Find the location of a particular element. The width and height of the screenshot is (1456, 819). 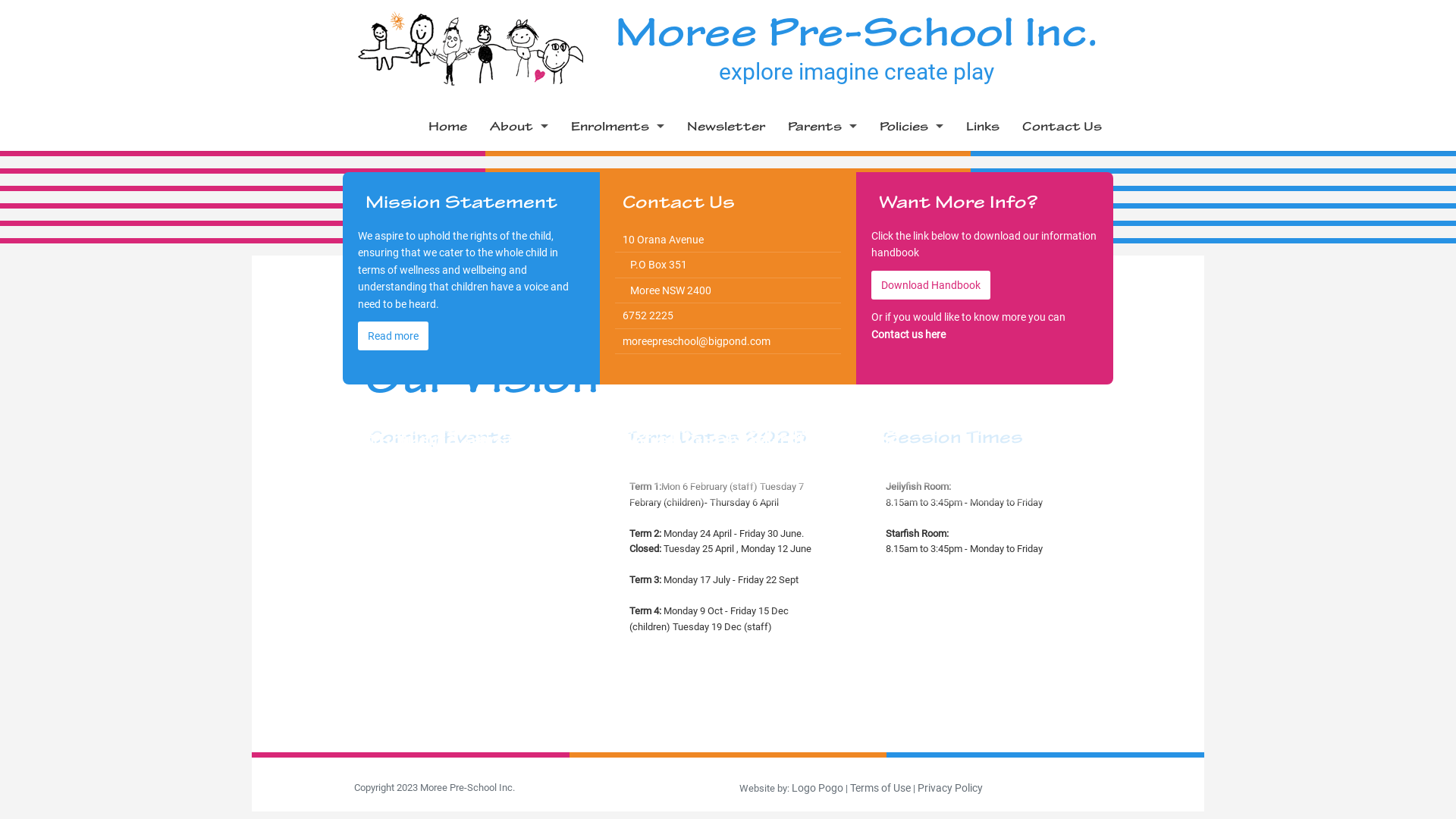

'Events and Celebrations' is located at coordinates (821, 466).